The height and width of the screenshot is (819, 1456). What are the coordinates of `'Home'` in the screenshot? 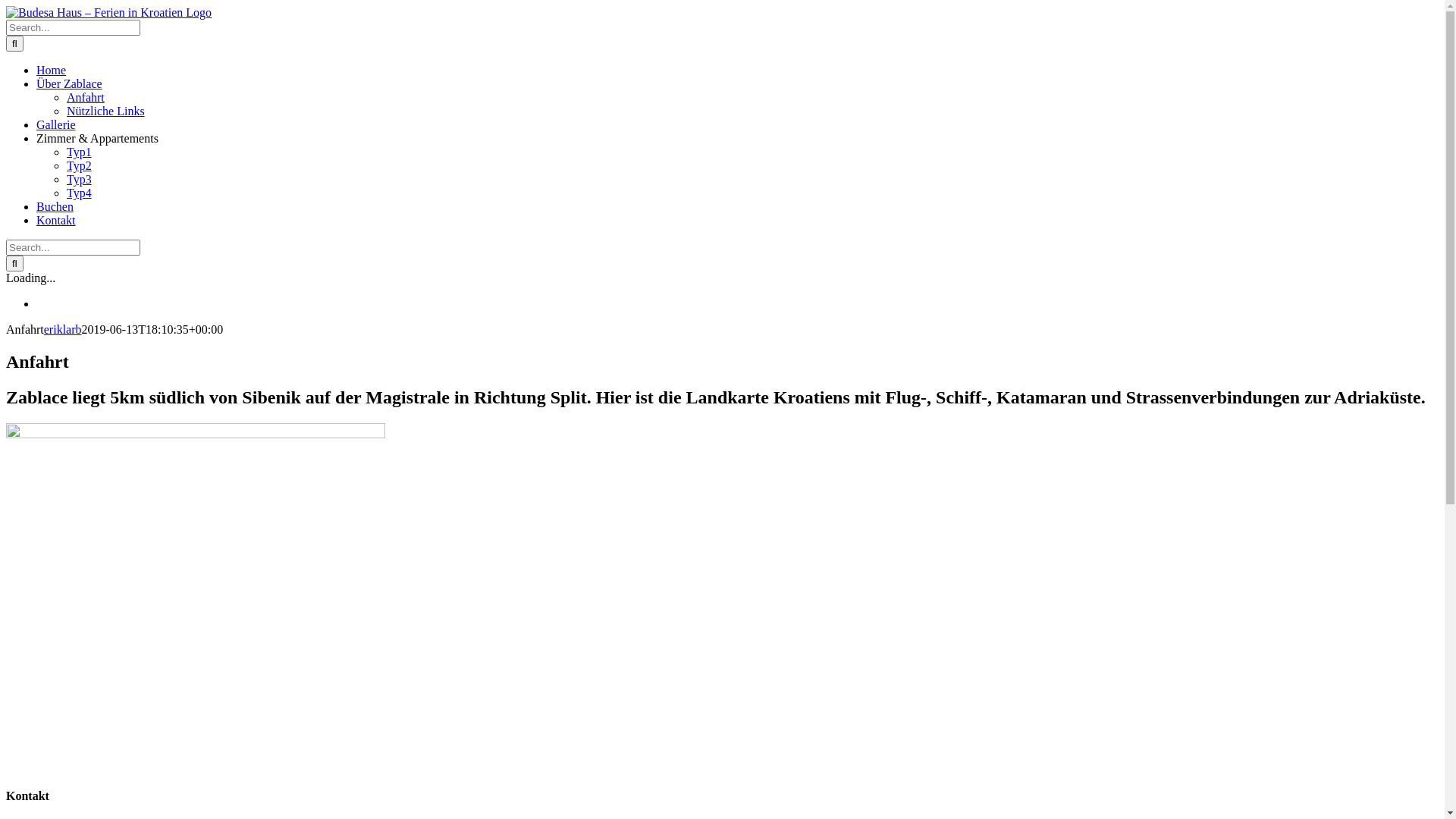 It's located at (51, 70).